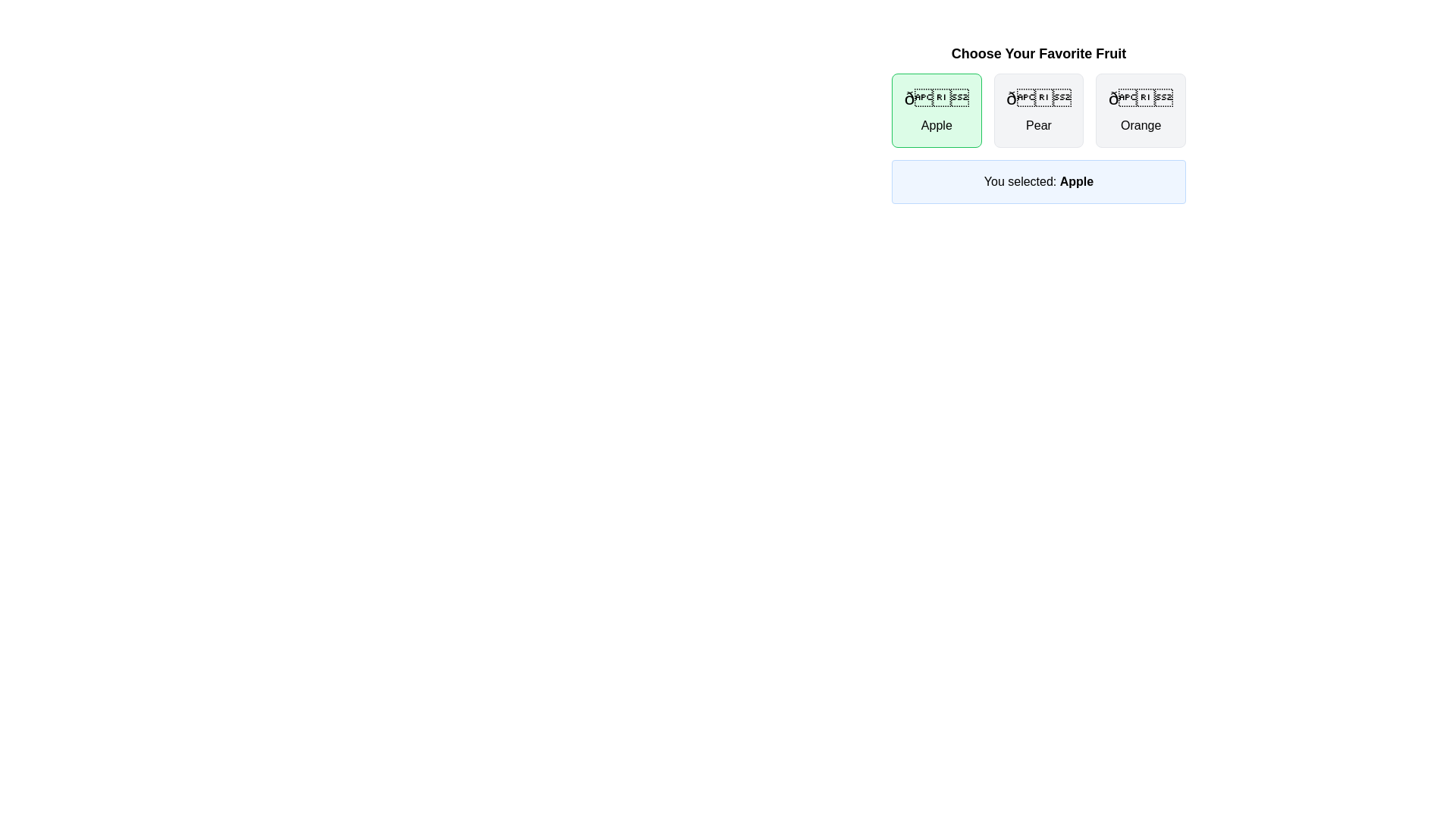 The width and height of the screenshot is (1456, 819). Describe the element at coordinates (1037, 122) in the screenshot. I see `the button in the interactive fruit selection panel` at that location.